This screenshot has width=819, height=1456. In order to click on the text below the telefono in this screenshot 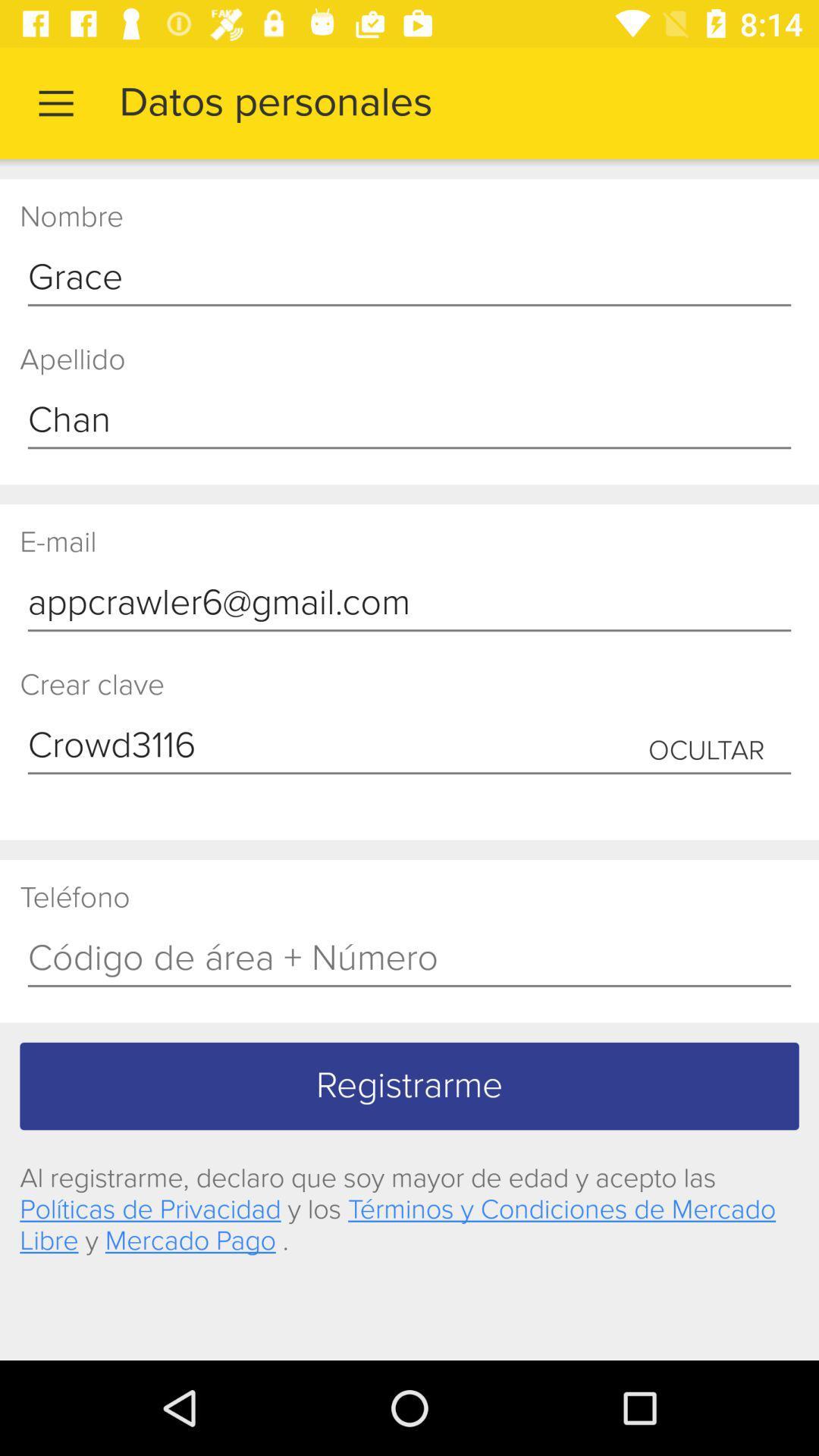, I will do `click(409, 959)`.